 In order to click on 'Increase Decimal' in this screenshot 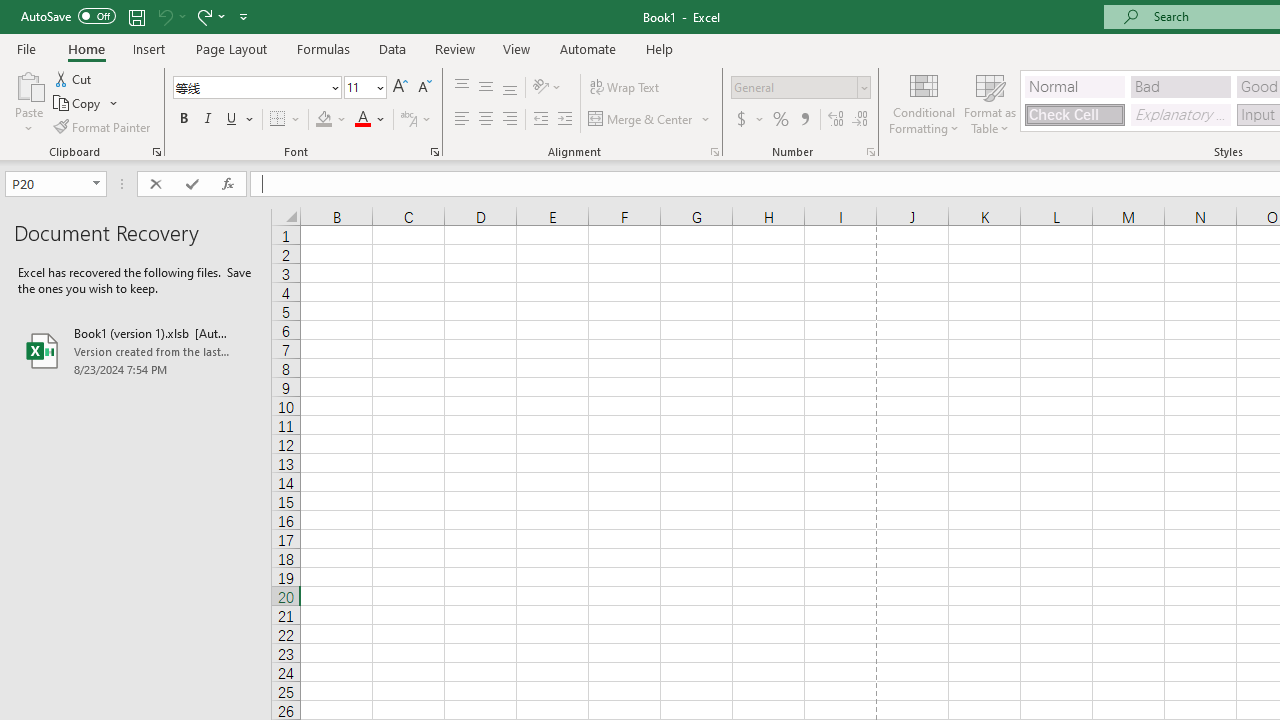, I will do `click(836, 119)`.